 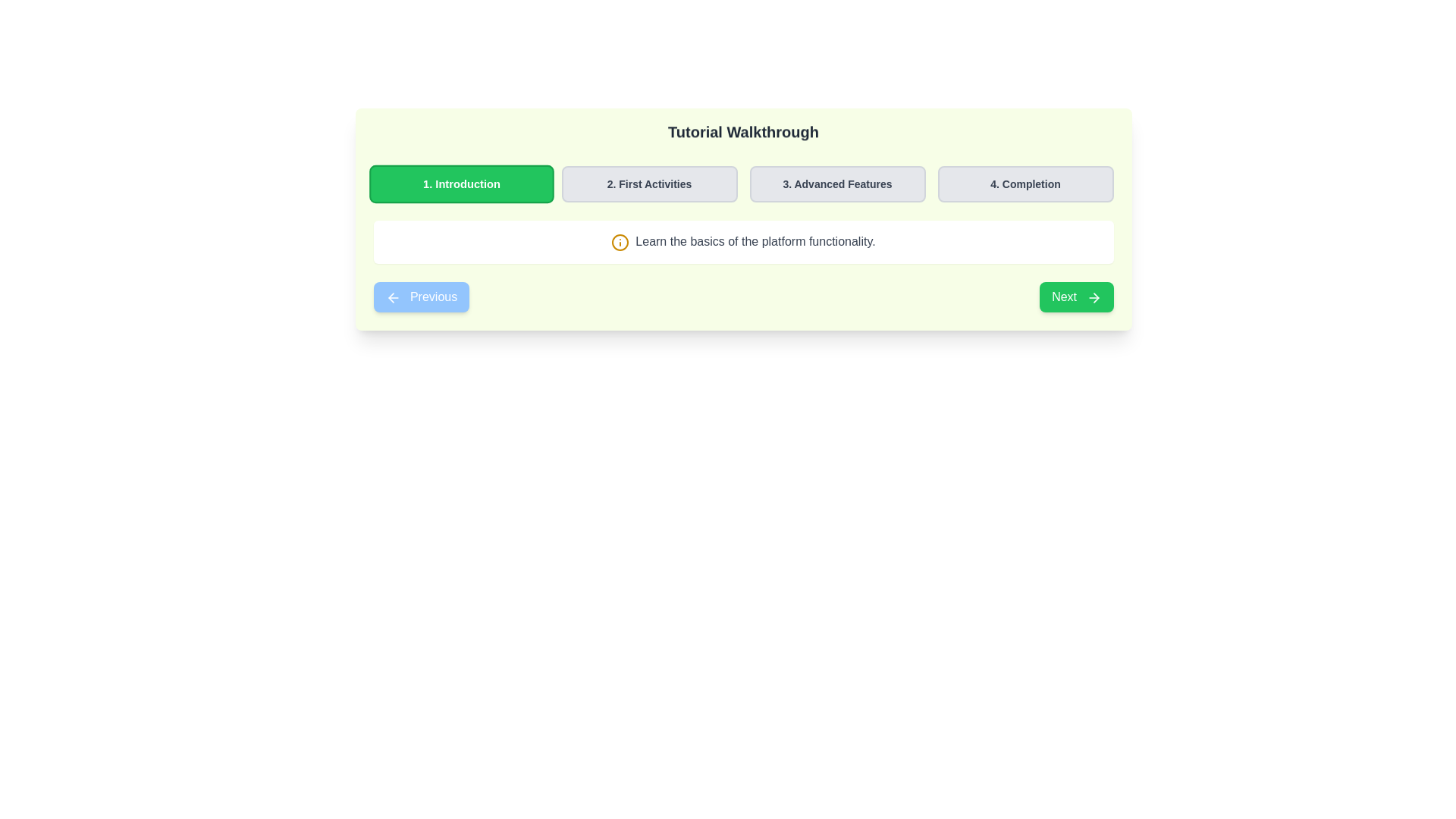 I want to click on the button labeled '2. First Activities' to interact, so click(x=649, y=184).